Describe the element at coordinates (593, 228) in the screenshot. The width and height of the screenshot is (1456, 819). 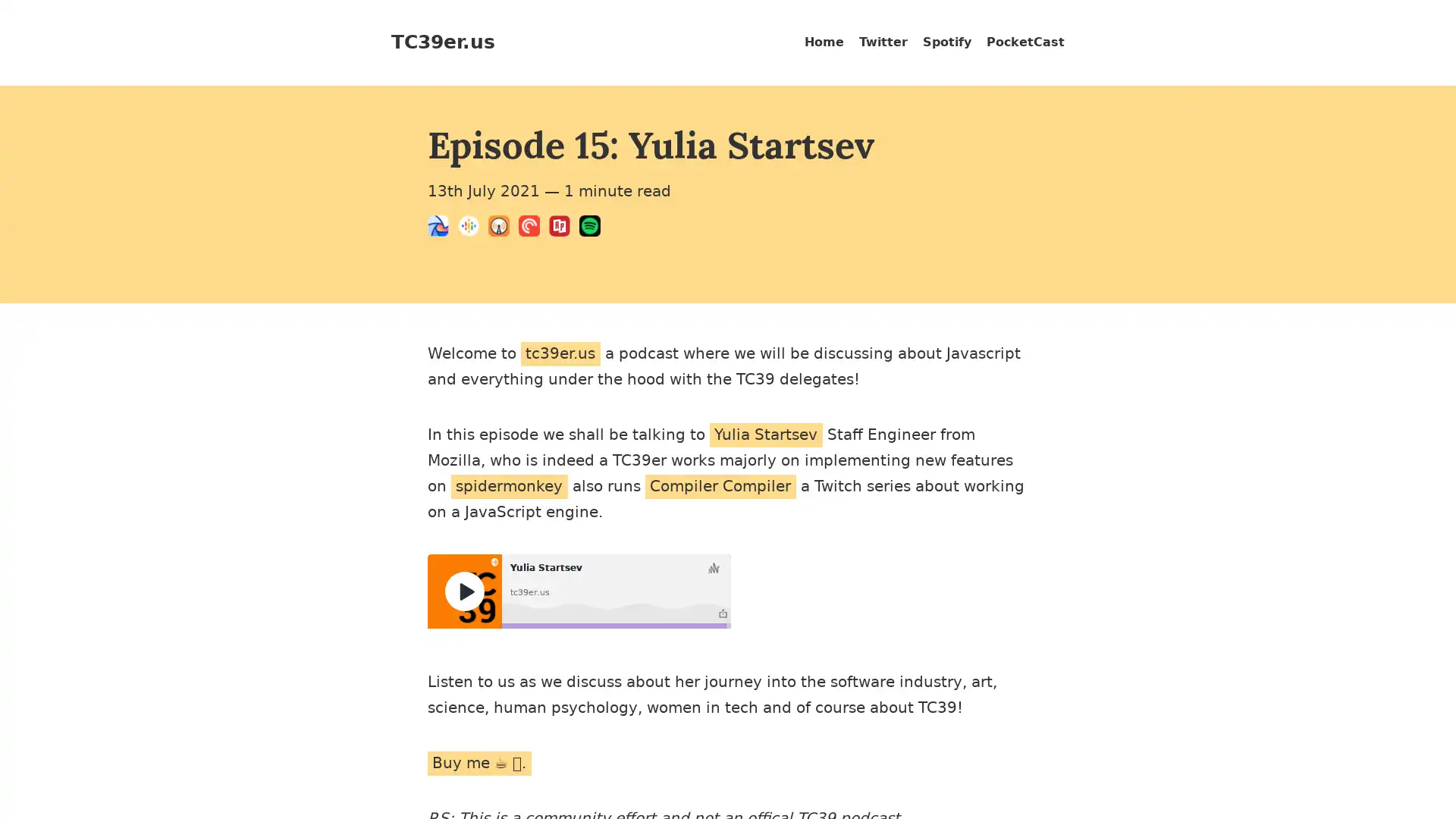
I see `Spotify Logo` at that location.